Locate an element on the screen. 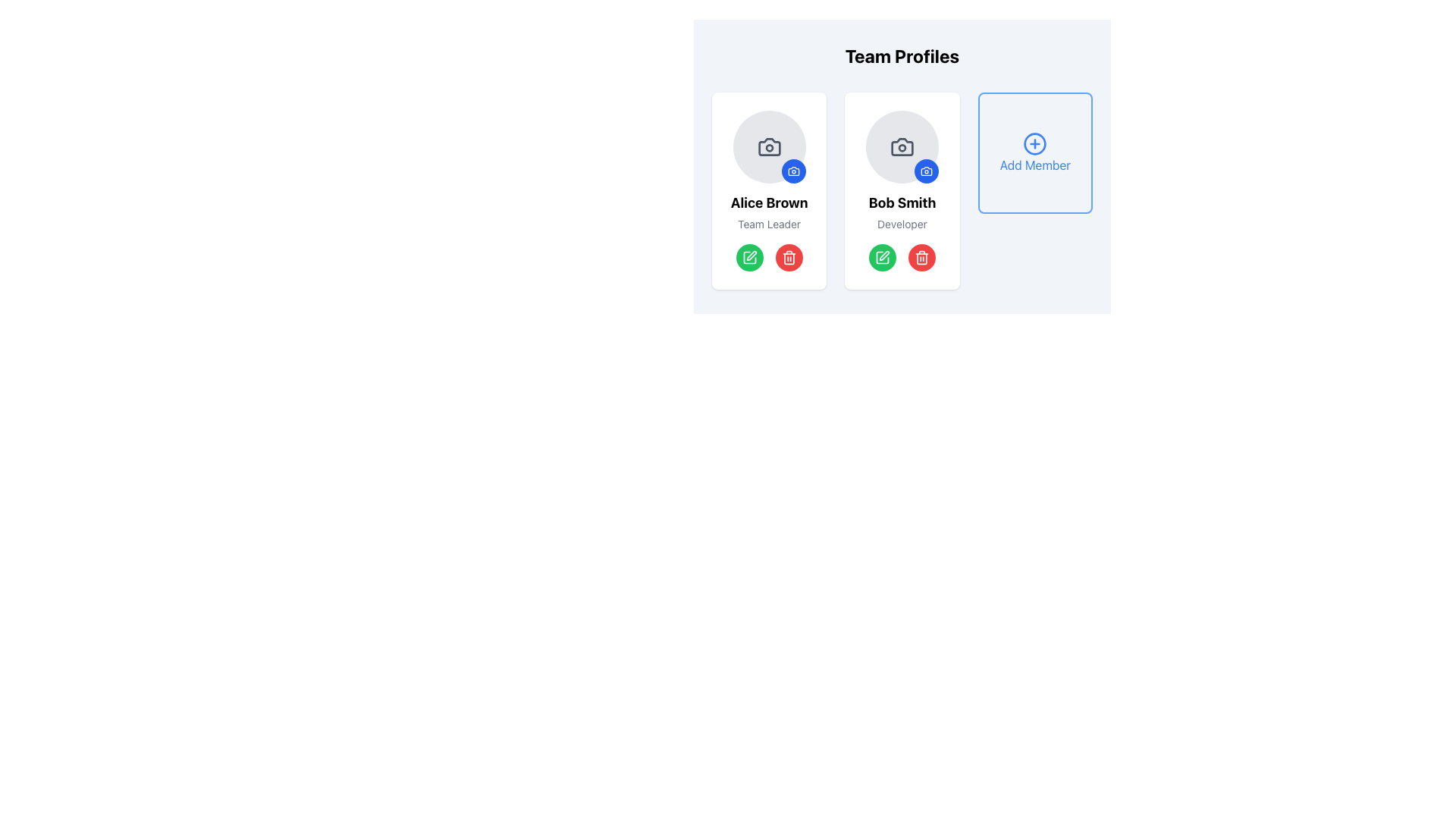 The width and height of the screenshot is (1456, 819). the blue circular icon with a white center and a blue plus sign in the middle, which is part of the 'Add Member' button located on the right side of the interface is located at coordinates (1034, 143).